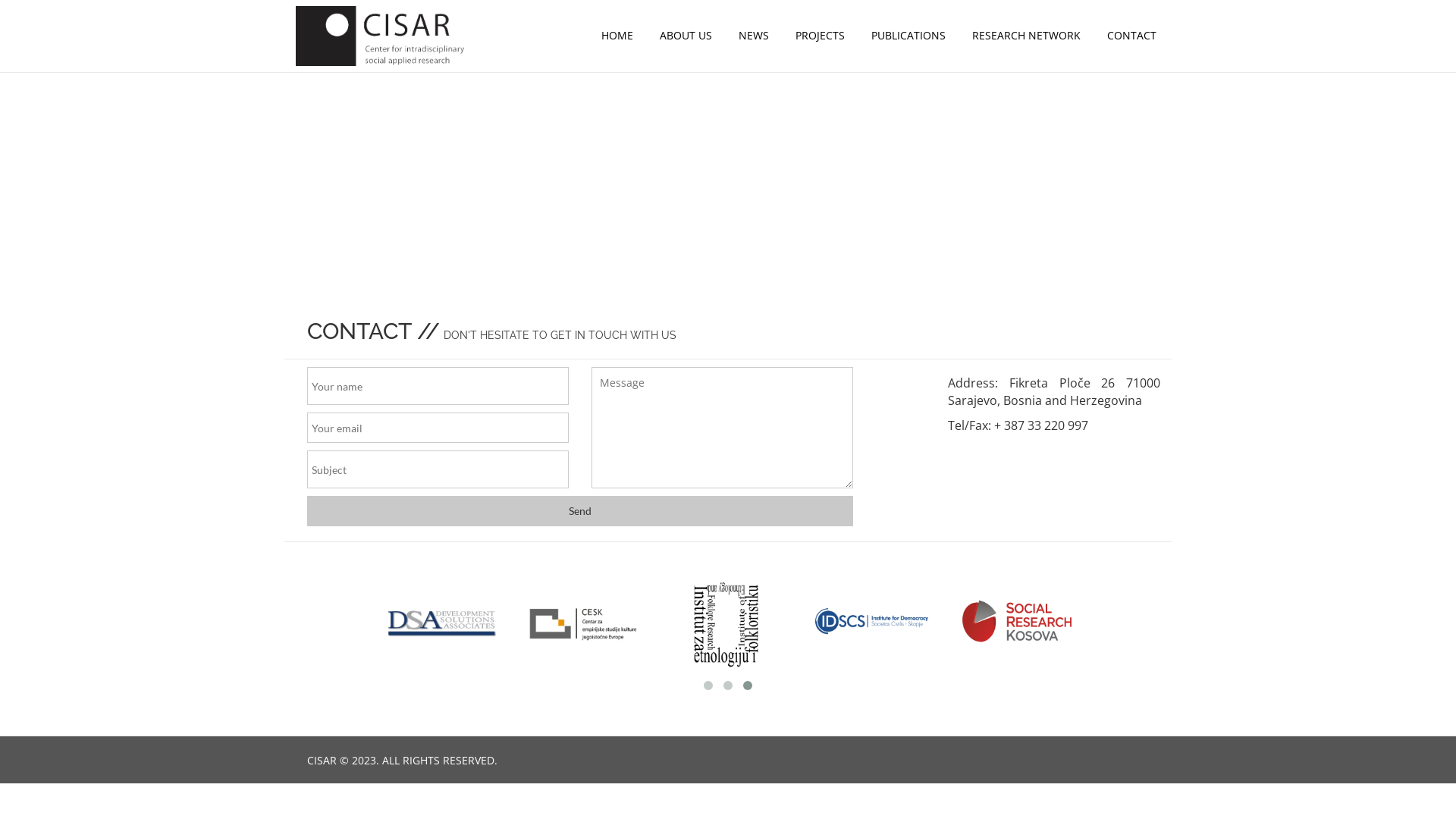 This screenshot has height=819, width=1456. Describe the element at coordinates (685, 34) in the screenshot. I see `'ABOUT US'` at that location.